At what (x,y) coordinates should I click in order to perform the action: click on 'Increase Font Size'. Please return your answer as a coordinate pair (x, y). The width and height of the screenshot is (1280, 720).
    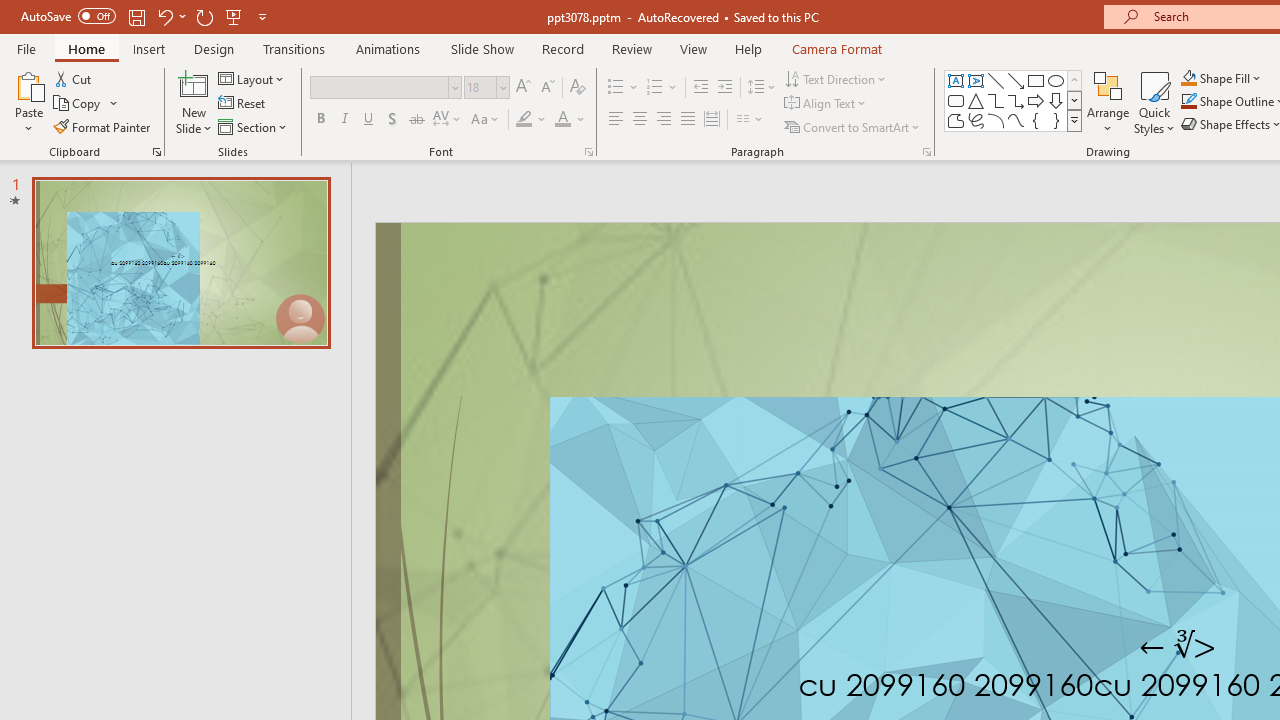
    Looking at the image, I should click on (522, 86).